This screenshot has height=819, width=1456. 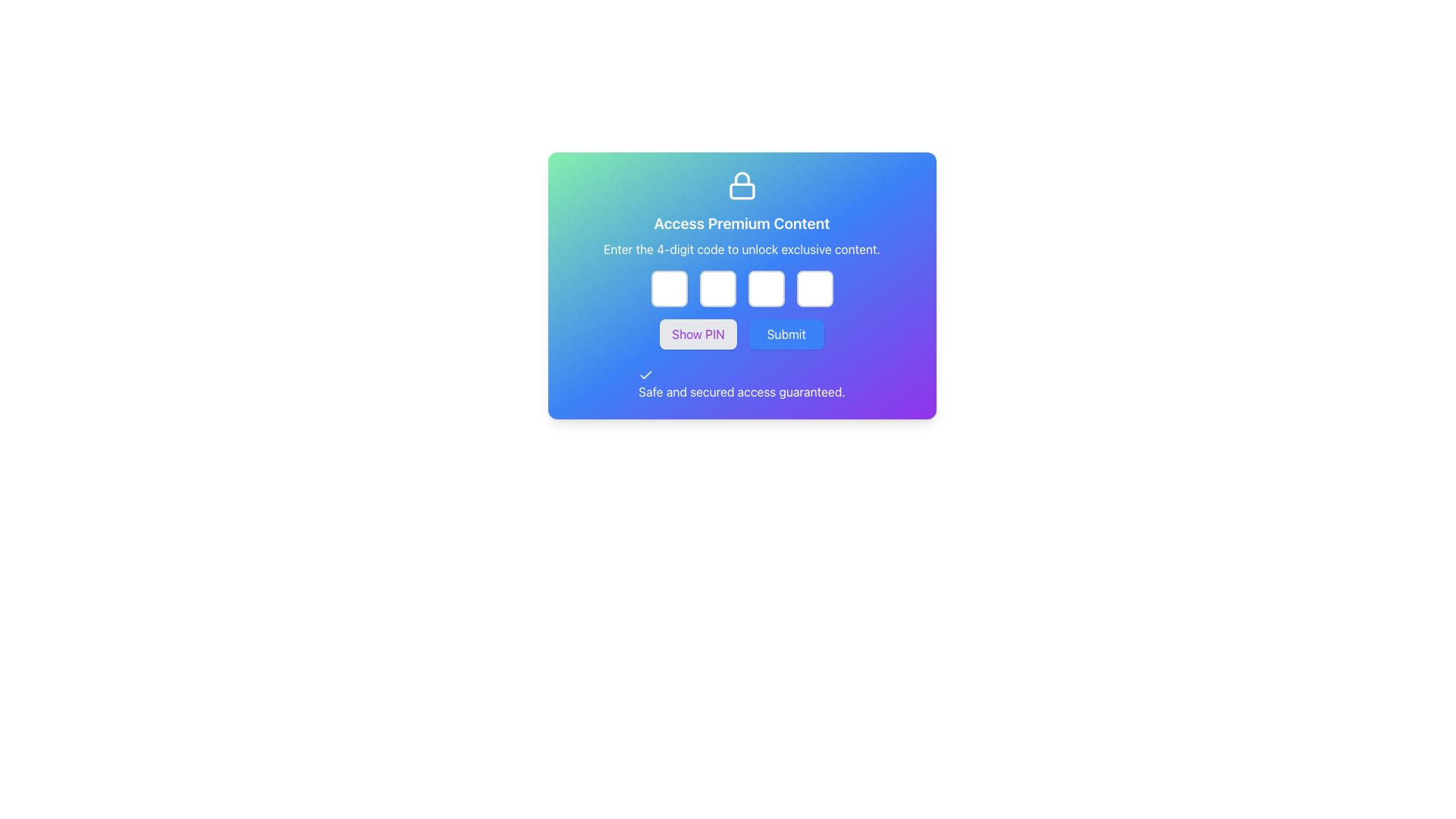 I want to click on the Submit button located in the Button Group, which is directly below the PIN entry boxes, so click(x=742, y=333).